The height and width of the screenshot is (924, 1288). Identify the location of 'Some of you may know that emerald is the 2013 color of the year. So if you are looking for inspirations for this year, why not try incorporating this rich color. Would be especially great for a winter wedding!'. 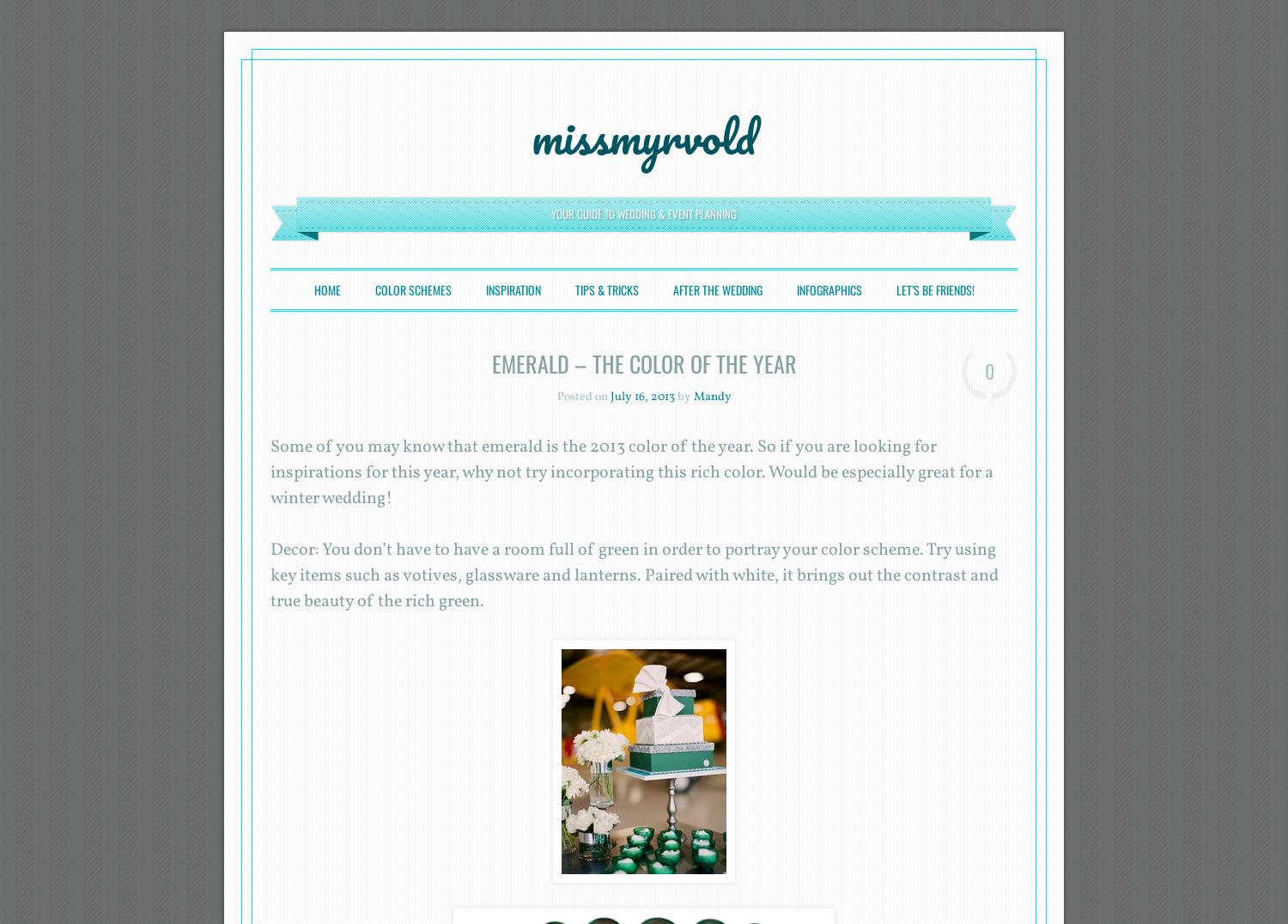
(631, 472).